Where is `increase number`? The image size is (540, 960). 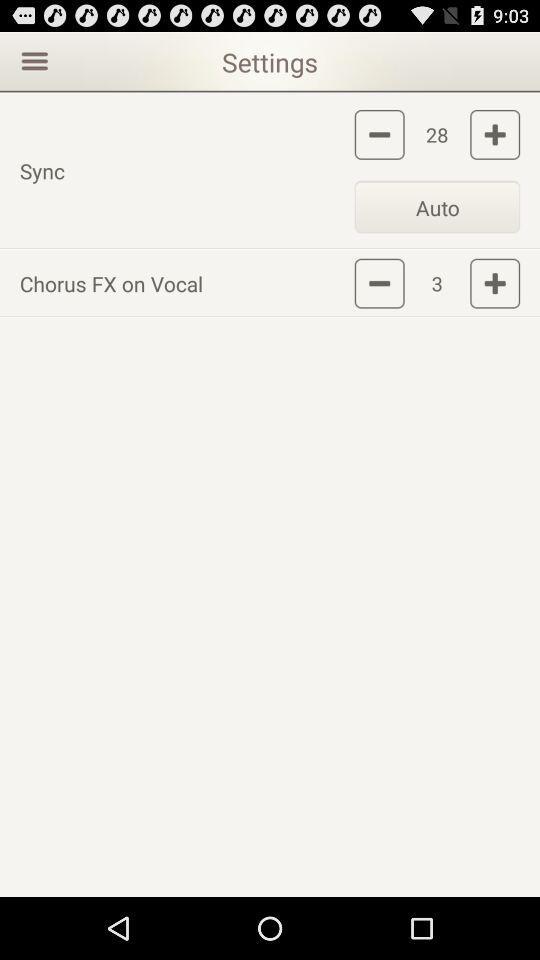
increase number is located at coordinates (494, 282).